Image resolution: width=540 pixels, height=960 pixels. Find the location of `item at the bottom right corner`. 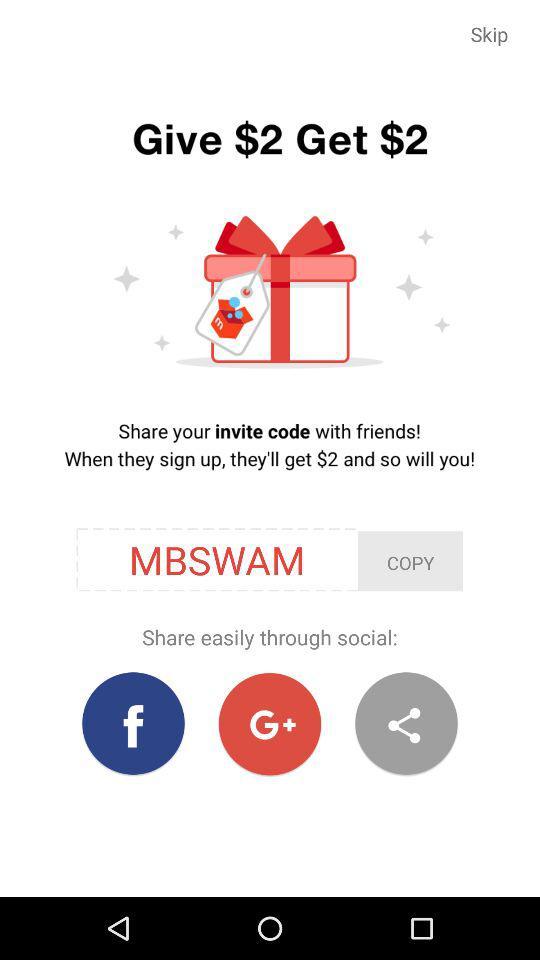

item at the bottom right corner is located at coordinates (405, 723).